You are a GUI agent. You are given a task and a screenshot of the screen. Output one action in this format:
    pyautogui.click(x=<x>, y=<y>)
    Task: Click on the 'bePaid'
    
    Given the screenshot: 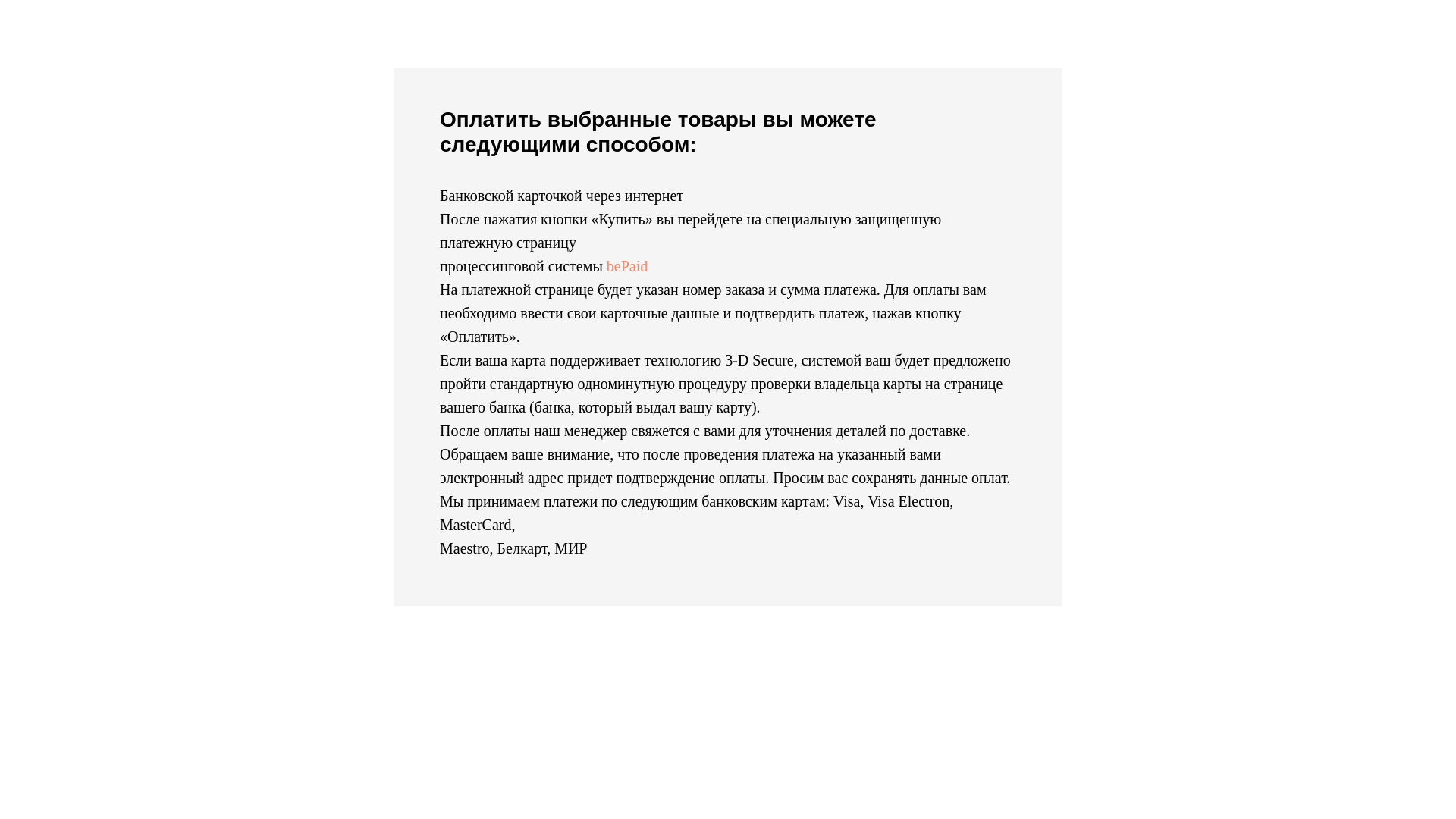 What is the action you would take?
    pyautogui.click(x=626, y=265)
    